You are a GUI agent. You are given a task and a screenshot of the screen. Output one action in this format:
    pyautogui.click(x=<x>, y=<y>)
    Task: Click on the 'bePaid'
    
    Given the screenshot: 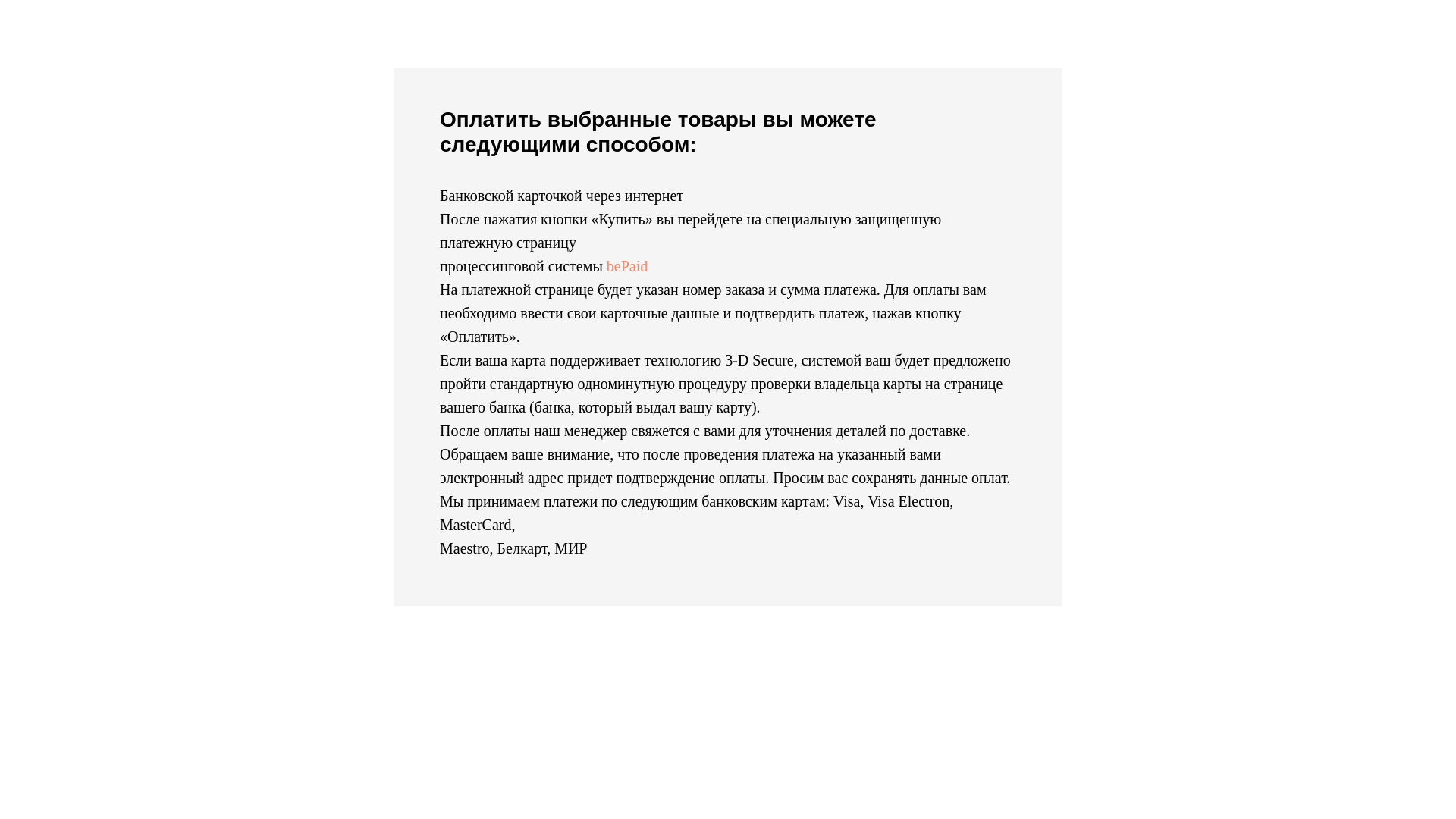 What is the action you would take?
    pyautogui.click(x=626, y=265)
    